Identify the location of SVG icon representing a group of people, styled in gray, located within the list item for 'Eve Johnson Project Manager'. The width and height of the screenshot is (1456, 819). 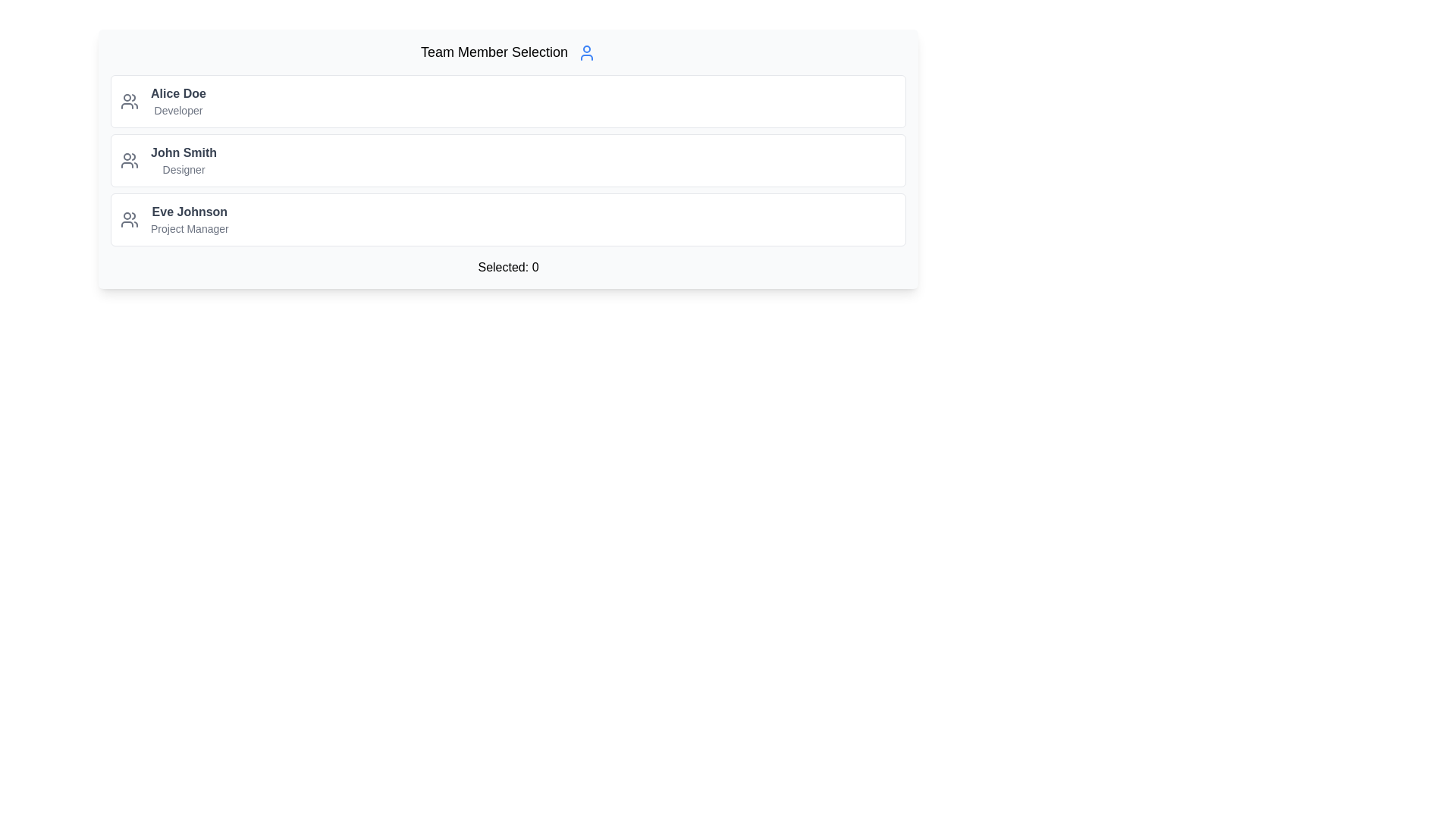
(130, 219).